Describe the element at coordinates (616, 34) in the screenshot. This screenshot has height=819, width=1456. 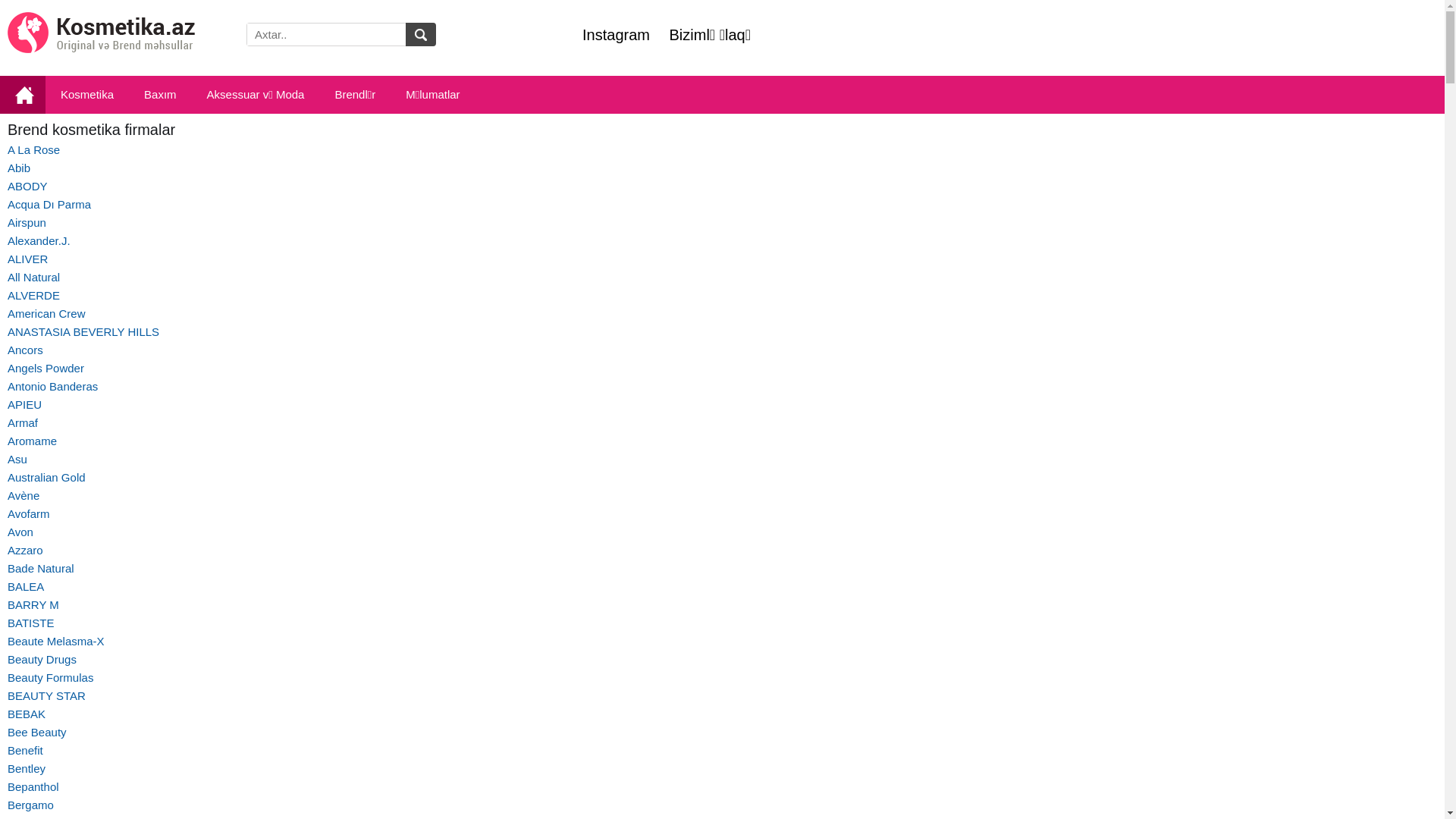
I see `'Instagram'` at that location.